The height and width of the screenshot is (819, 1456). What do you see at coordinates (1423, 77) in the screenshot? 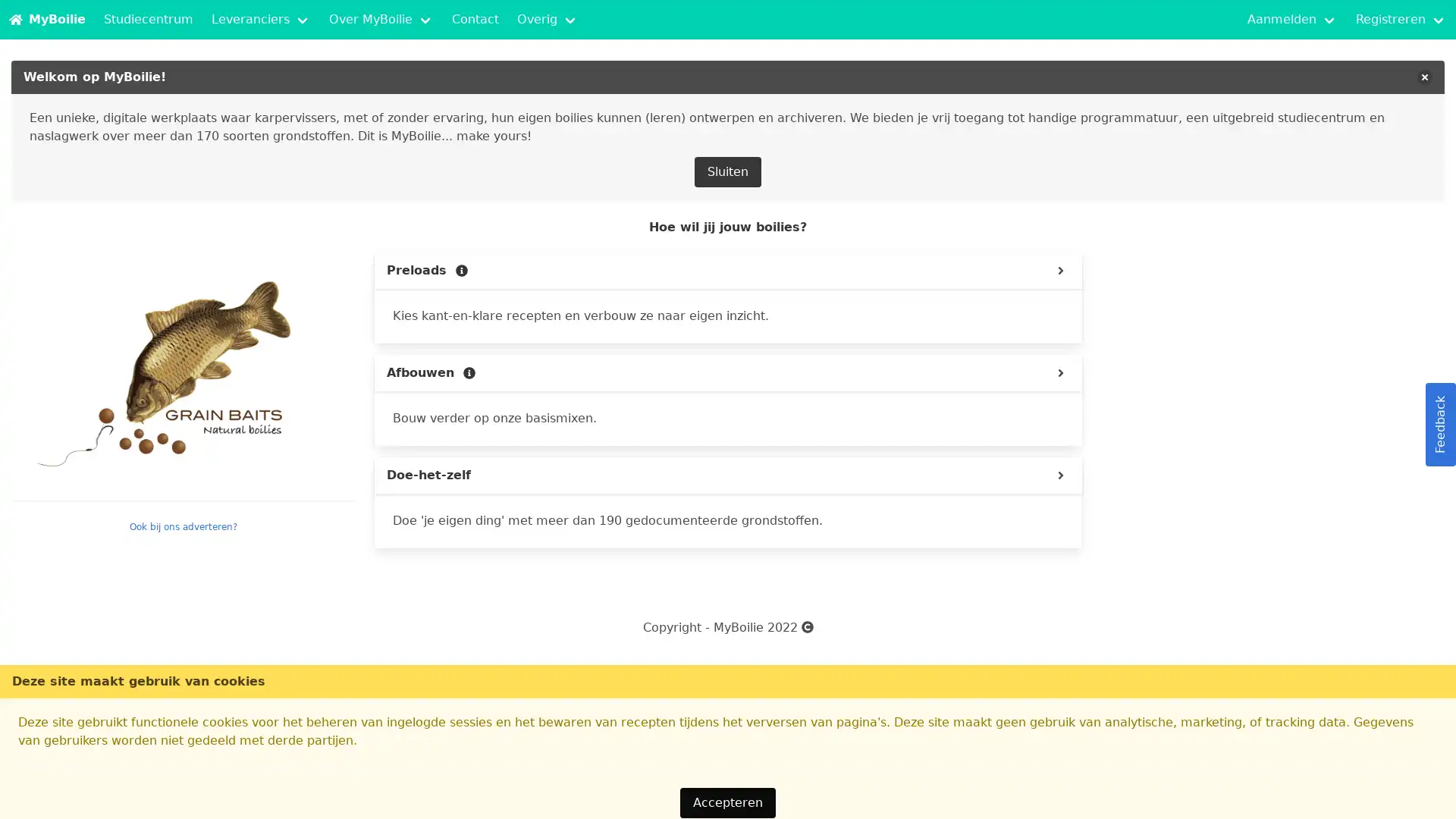
I see `delete` at bounding box center [1423, 77].